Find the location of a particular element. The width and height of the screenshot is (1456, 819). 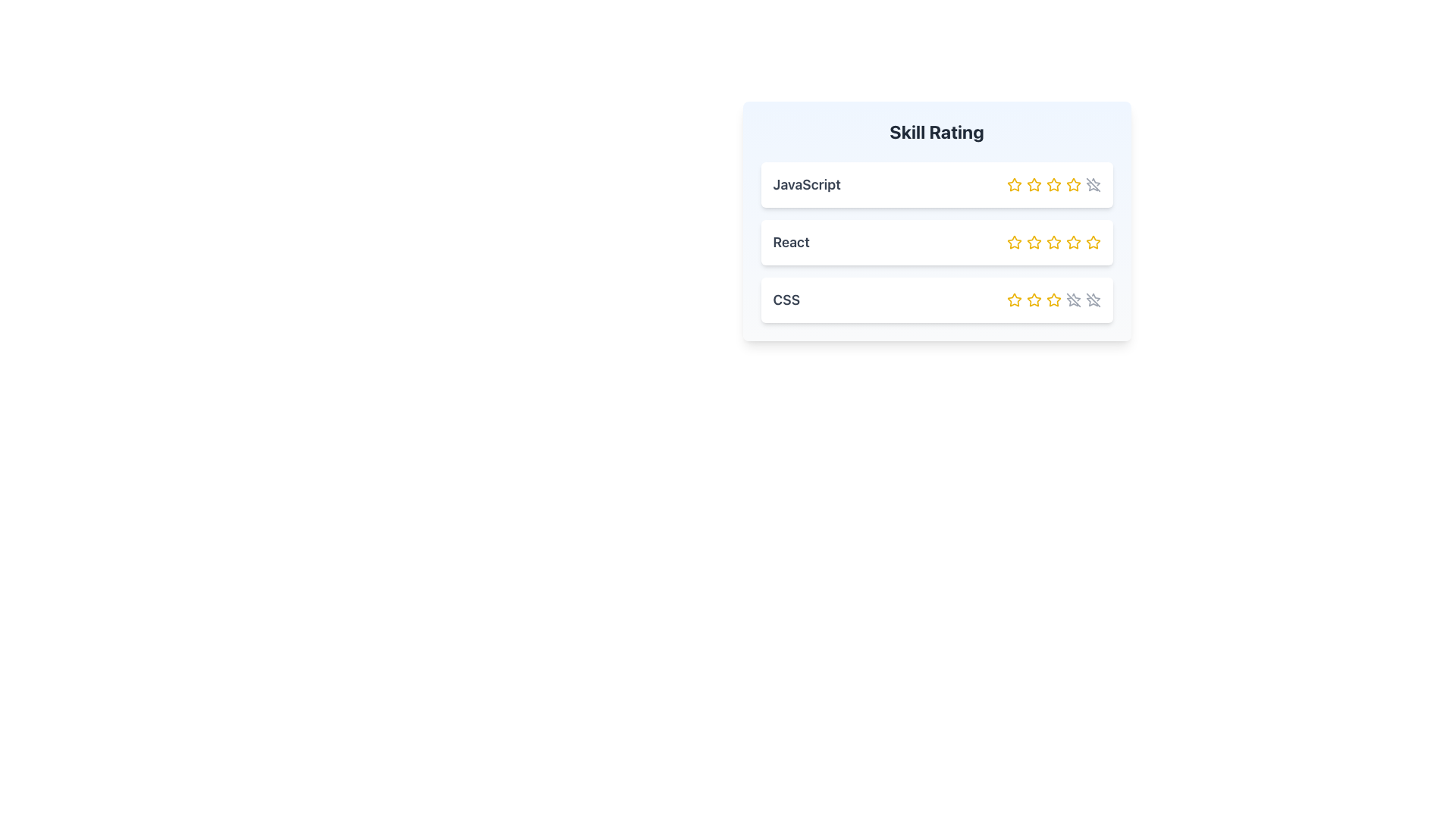

the dimmed star icon with a strike-through mark, which is the third star in the CSS skill rating system, to rate it is located at coordinates (1071, 302).